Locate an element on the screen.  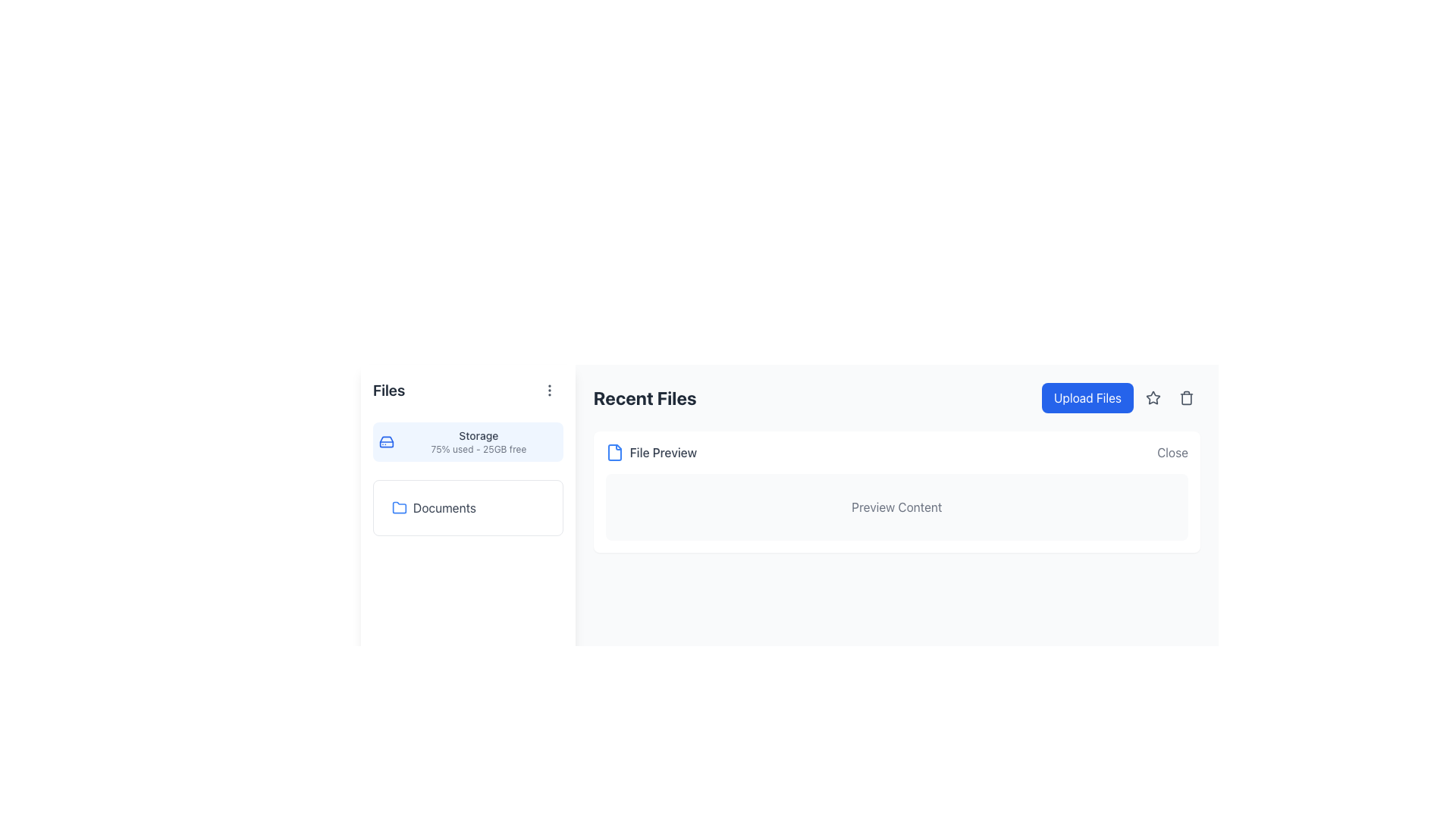
the Text label indicating the current file or action in the 'Recent Files' section is located at coordinates (651, 452).